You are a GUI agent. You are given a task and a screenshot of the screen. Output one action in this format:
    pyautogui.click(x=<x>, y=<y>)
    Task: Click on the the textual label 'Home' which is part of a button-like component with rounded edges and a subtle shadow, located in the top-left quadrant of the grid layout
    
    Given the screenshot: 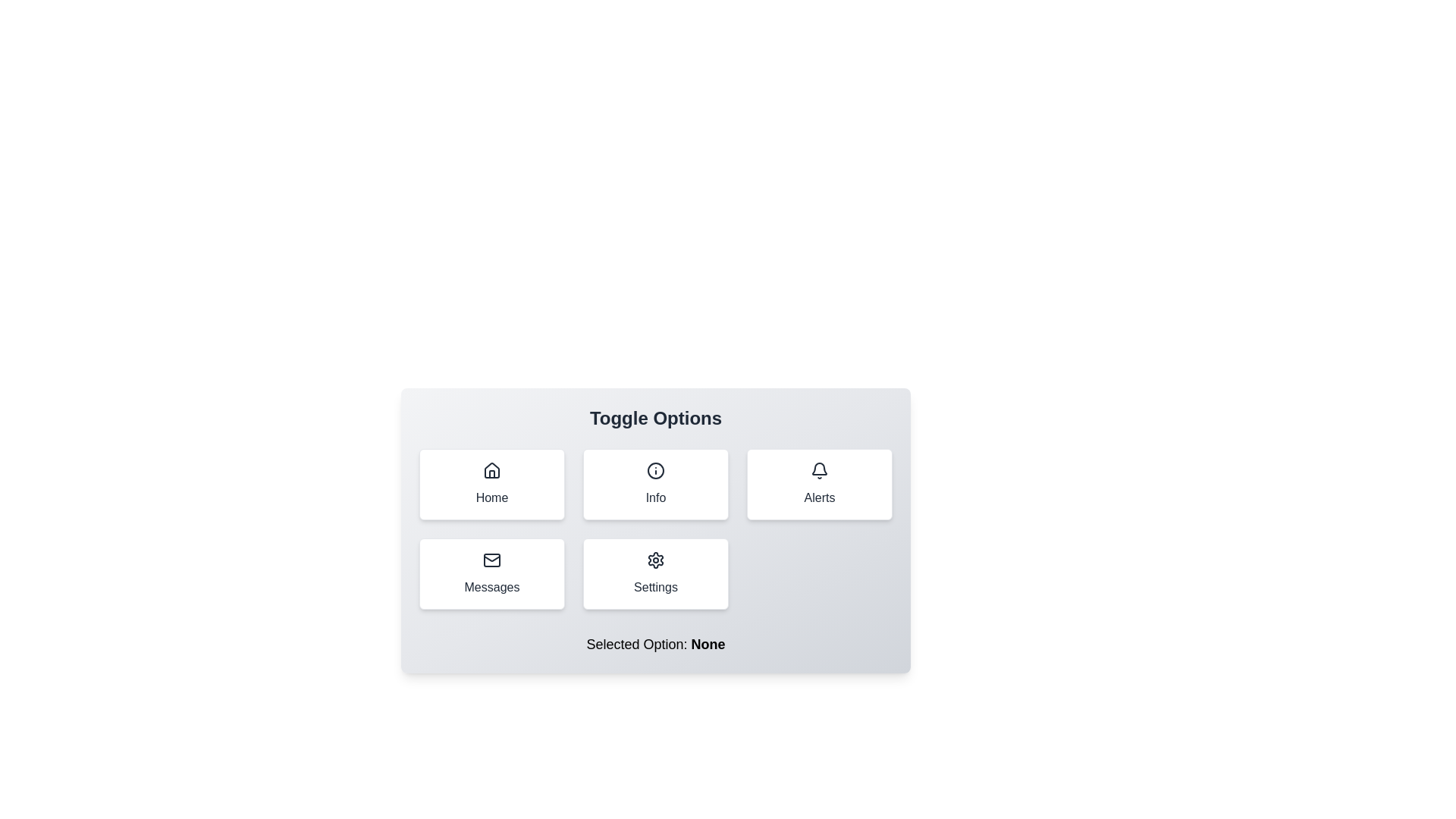 What is the action you would take?
    pyautogui.click(x=491, y=497)
    